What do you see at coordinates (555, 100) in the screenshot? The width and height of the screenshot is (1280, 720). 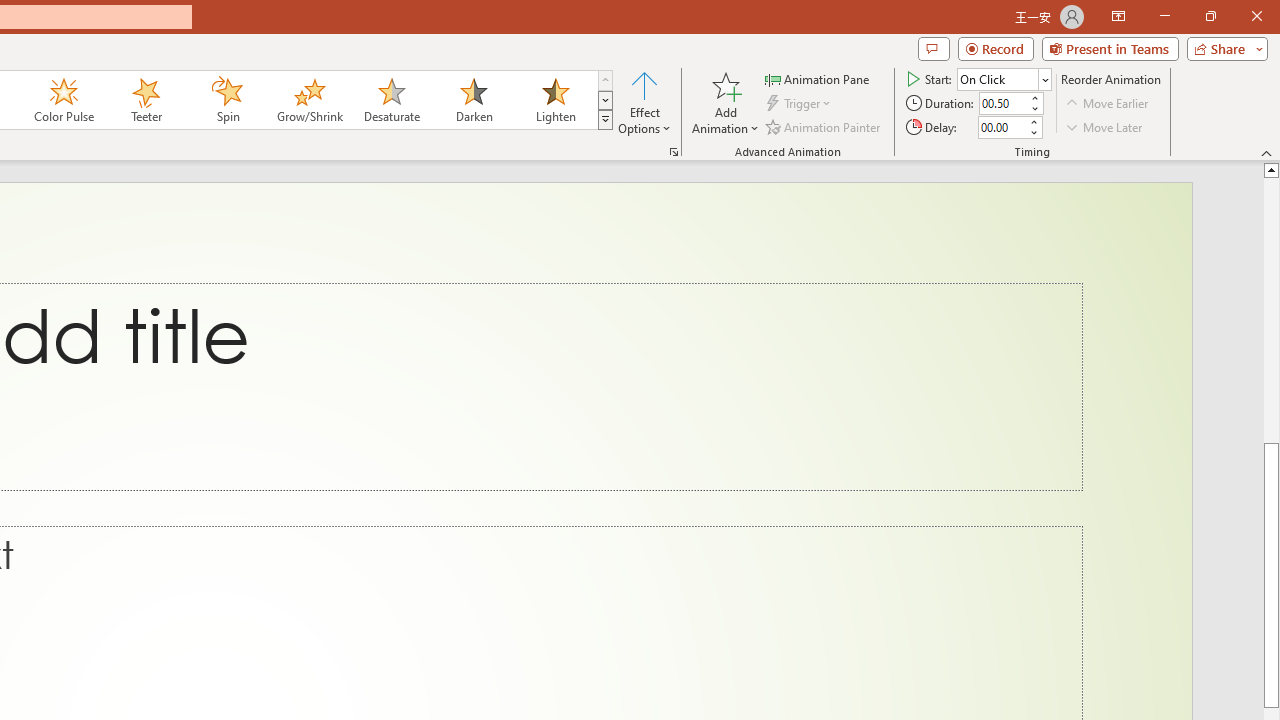 I see `'Lighten'` at bounding box center [555, 100].